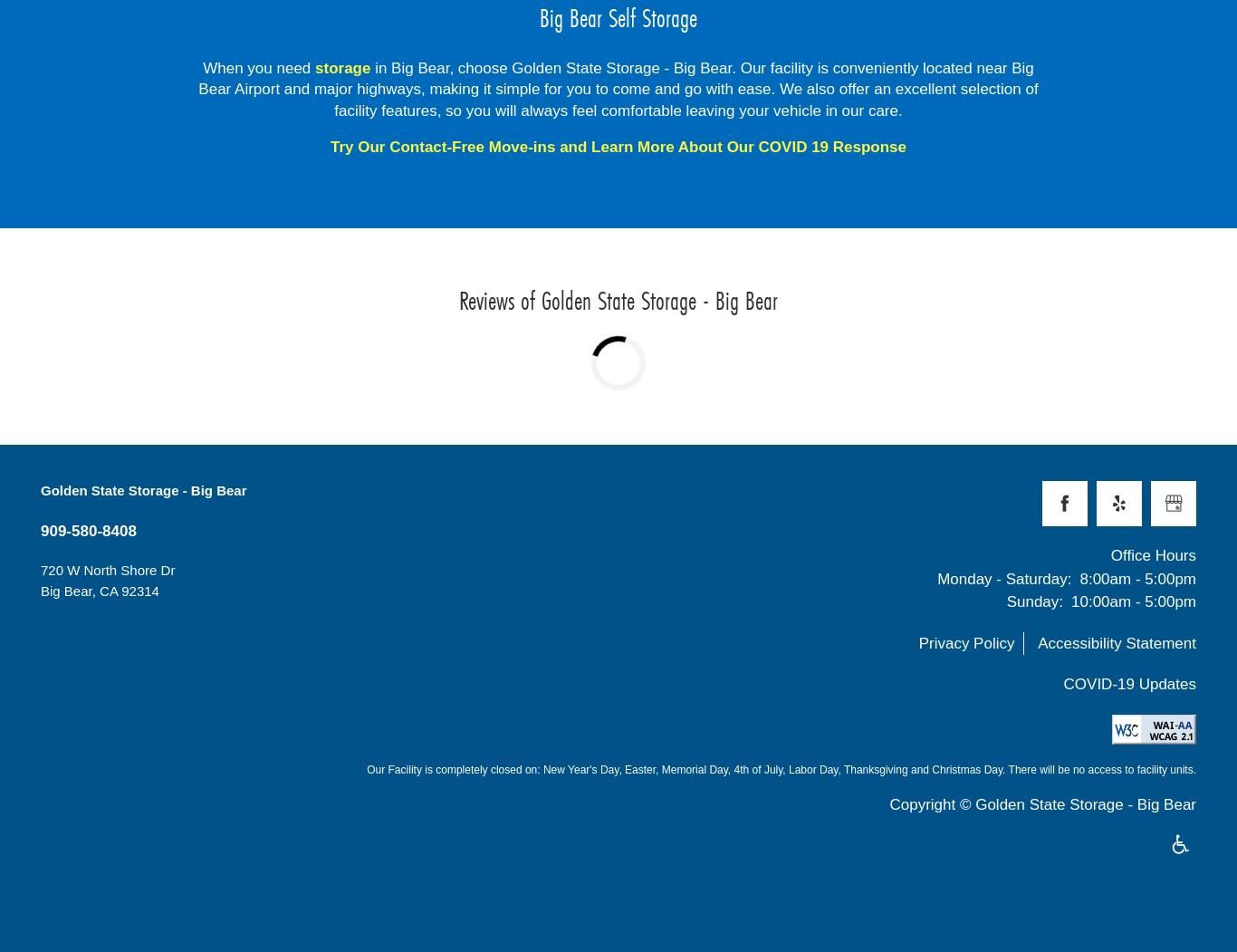 This screenshot has height=952, width=1237. What do you see at coordinates (109, 590) in the screenshot?
I see `'CA'` at bounding box center [109, 590].